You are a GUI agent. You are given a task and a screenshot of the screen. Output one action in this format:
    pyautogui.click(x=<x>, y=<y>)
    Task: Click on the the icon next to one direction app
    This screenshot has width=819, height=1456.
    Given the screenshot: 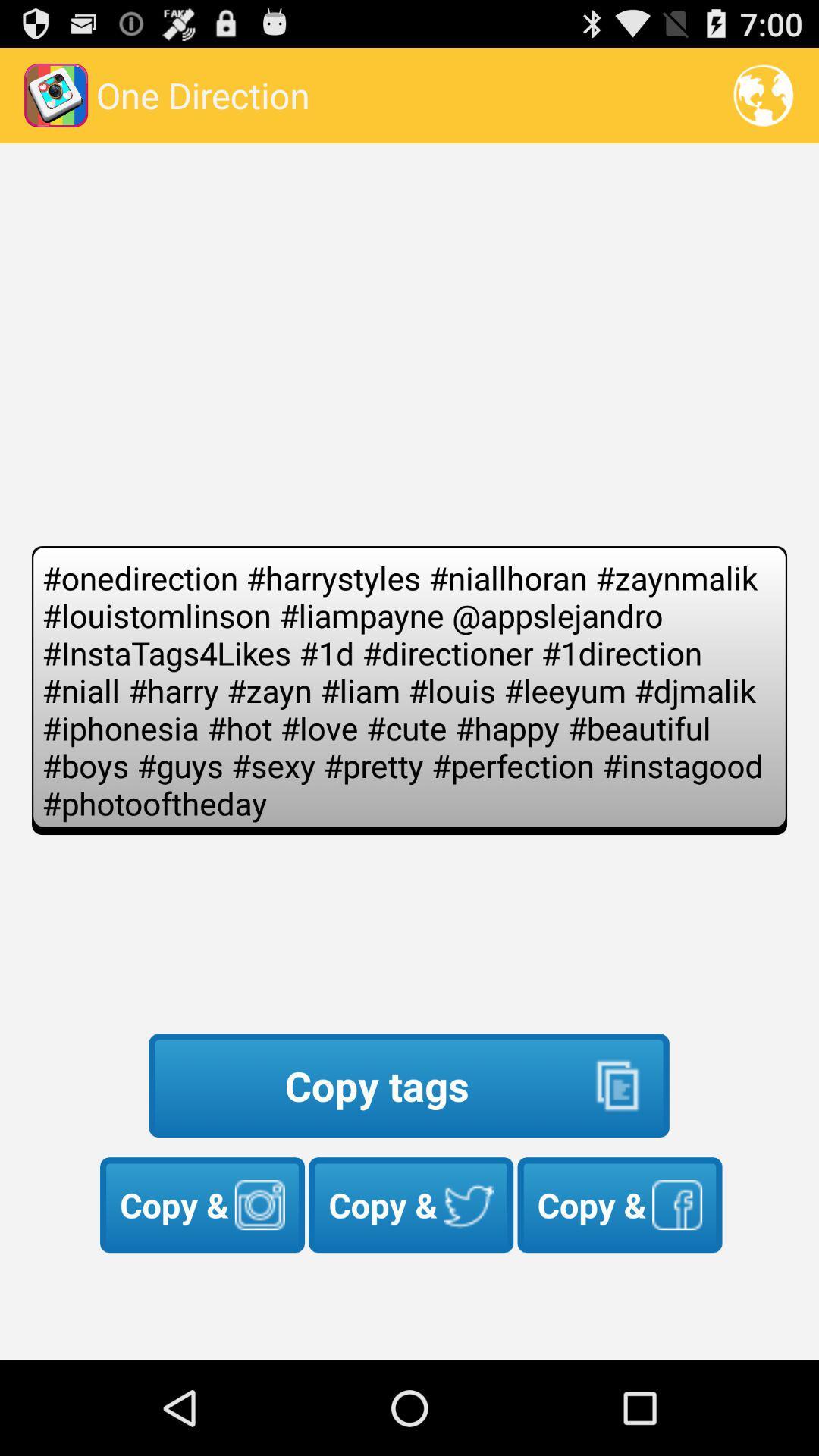 What is the action you would take?
    pyautogui.click(x=763, y=94)
    